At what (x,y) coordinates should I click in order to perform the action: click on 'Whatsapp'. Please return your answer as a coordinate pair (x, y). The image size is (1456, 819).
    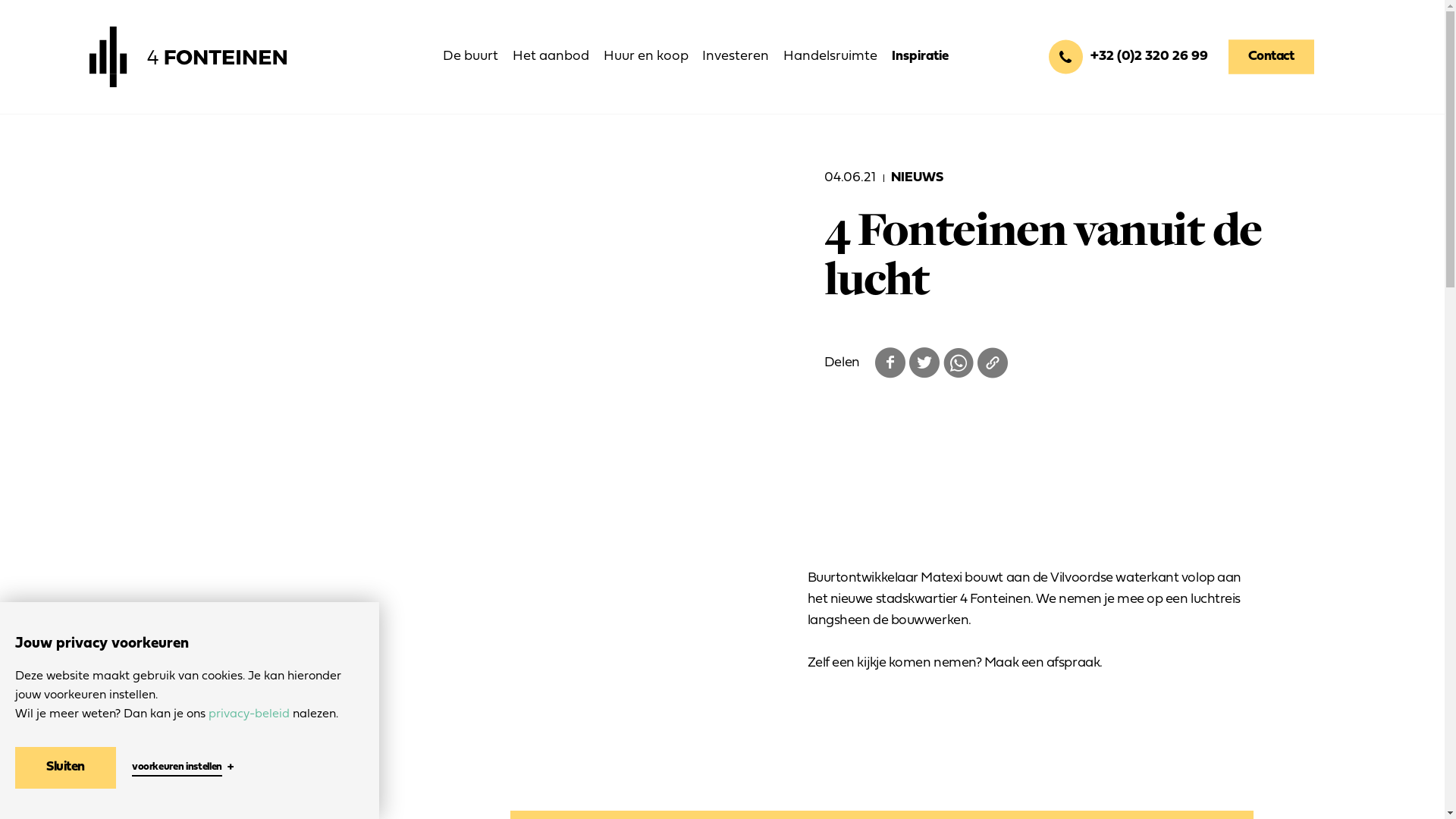
    Looking at the image, I should click on (957, 362).